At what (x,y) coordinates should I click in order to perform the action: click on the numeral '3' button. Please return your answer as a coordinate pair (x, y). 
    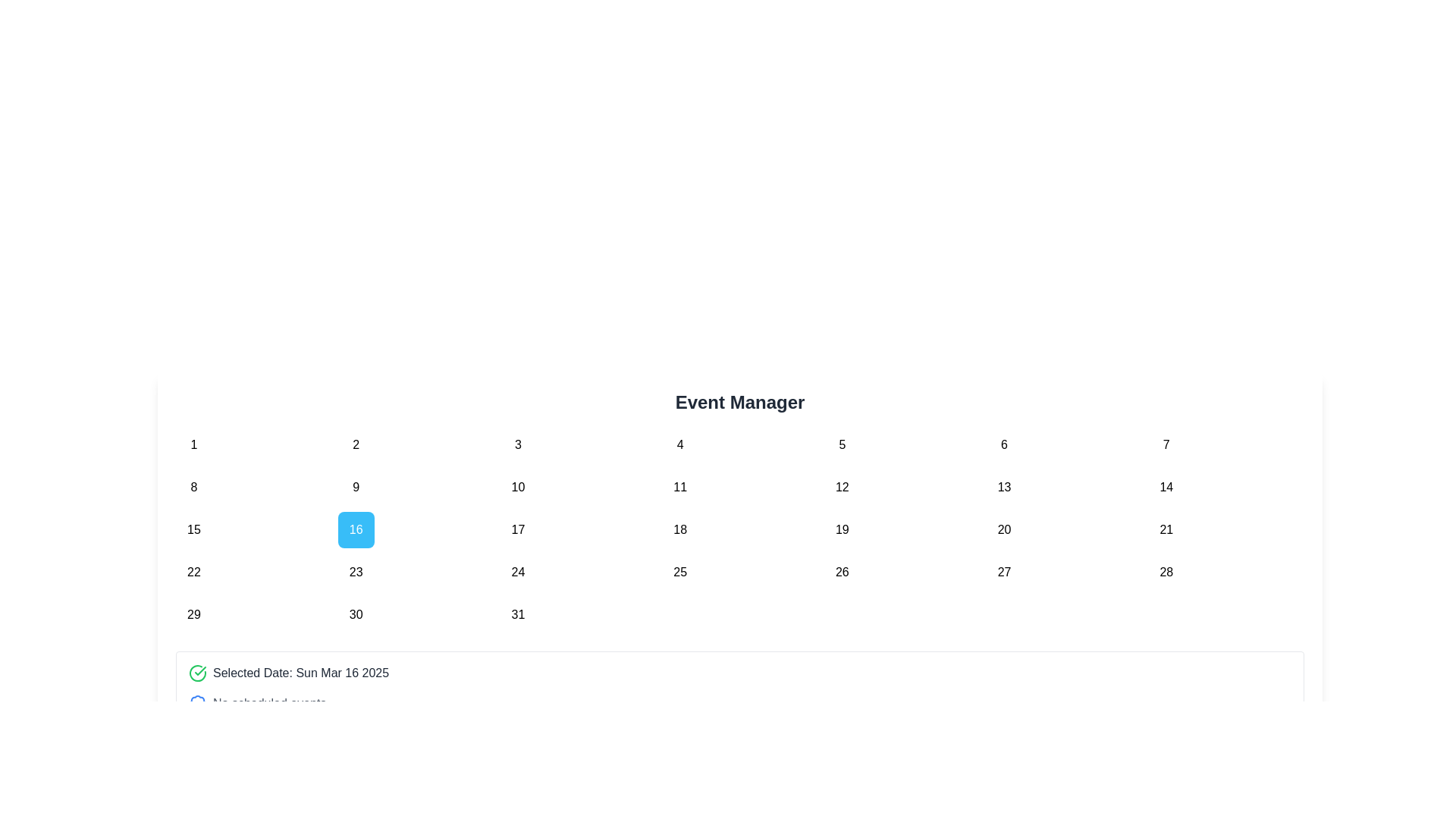
    Looking at the image, I should click on (518, 444).